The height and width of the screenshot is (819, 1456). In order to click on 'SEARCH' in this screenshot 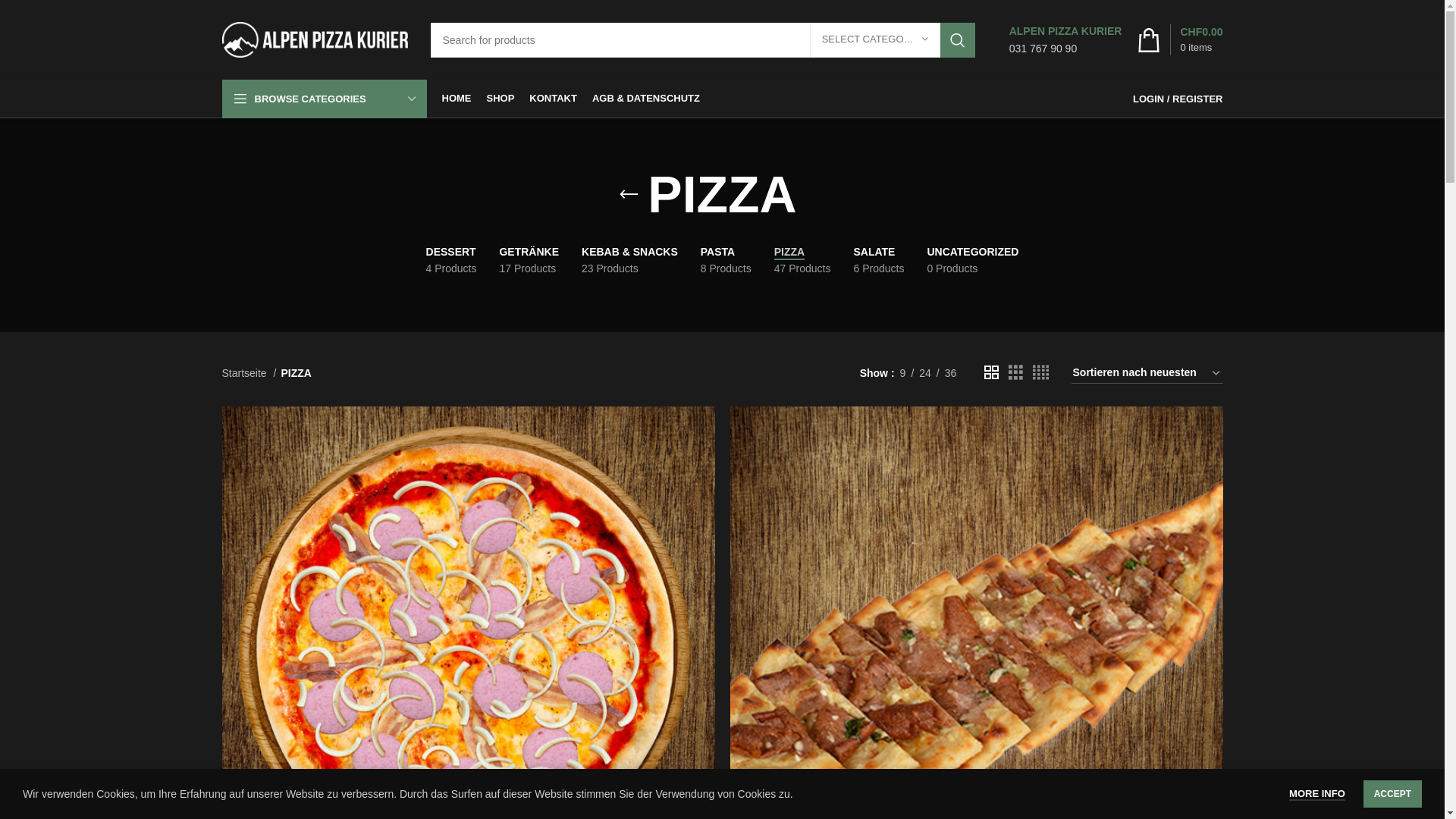, I will do `click(939, 39)`.